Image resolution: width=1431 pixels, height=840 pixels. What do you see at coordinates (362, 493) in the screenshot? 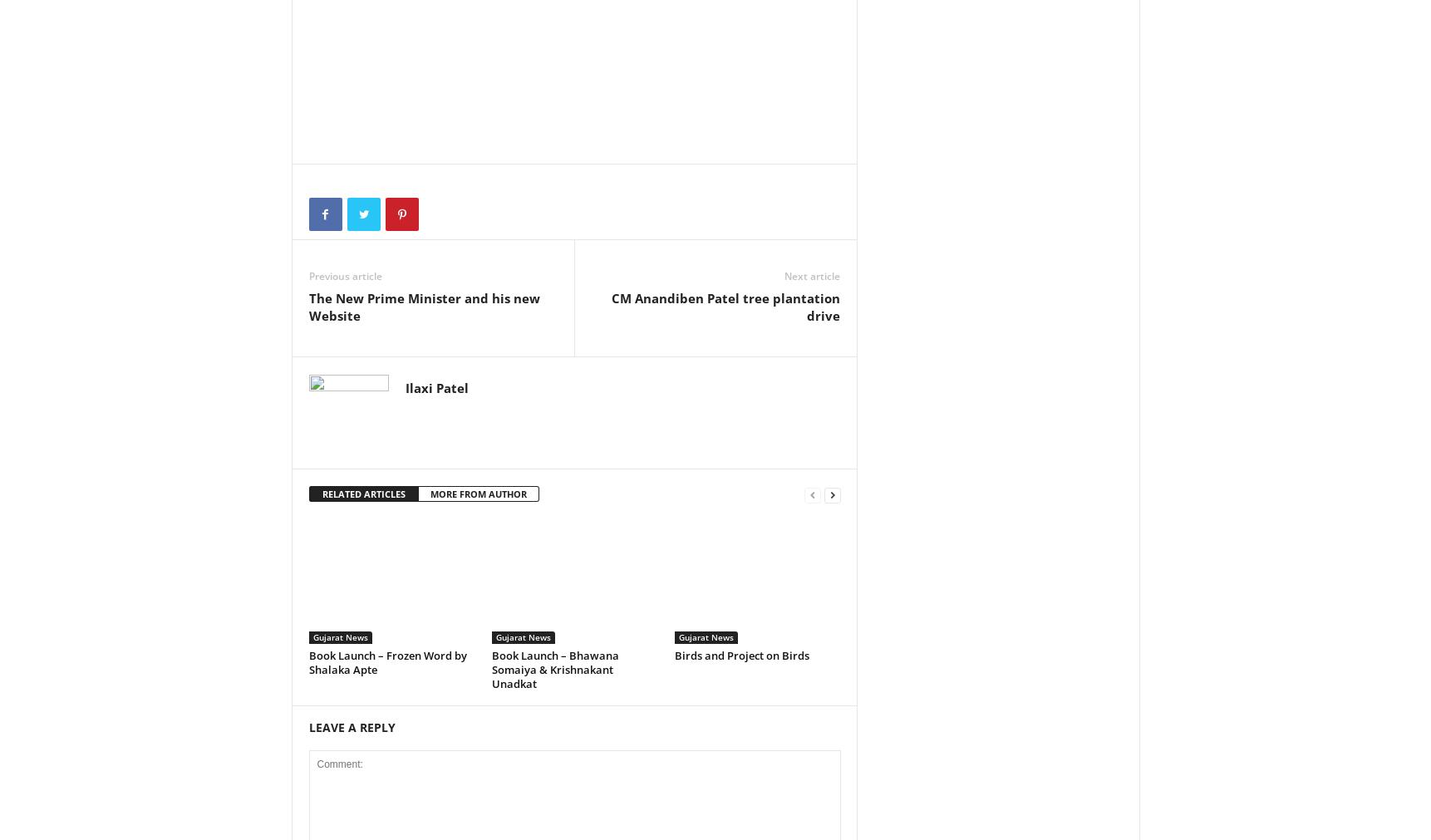
I see `'RELATED ARTICLES'` at bounding box center [362, 493].